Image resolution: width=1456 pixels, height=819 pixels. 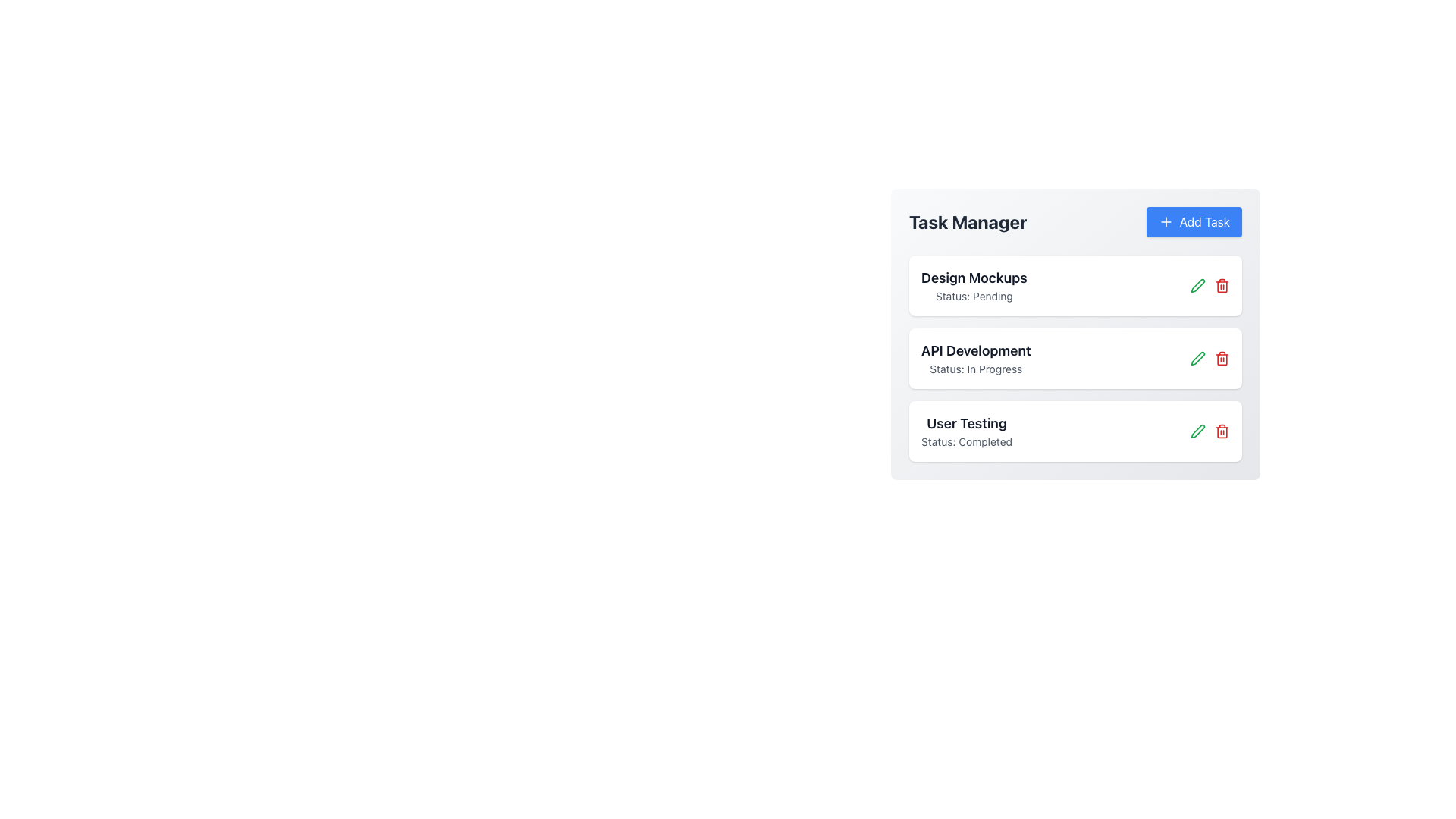 What do you see at coordinates (976, 359) in the screenshot?
I see `the Text Label that indicates the task 'API Development' with the status 'In Progress', located in the second task card under the 'Task Manager' section` at bounding box center [976, 359].